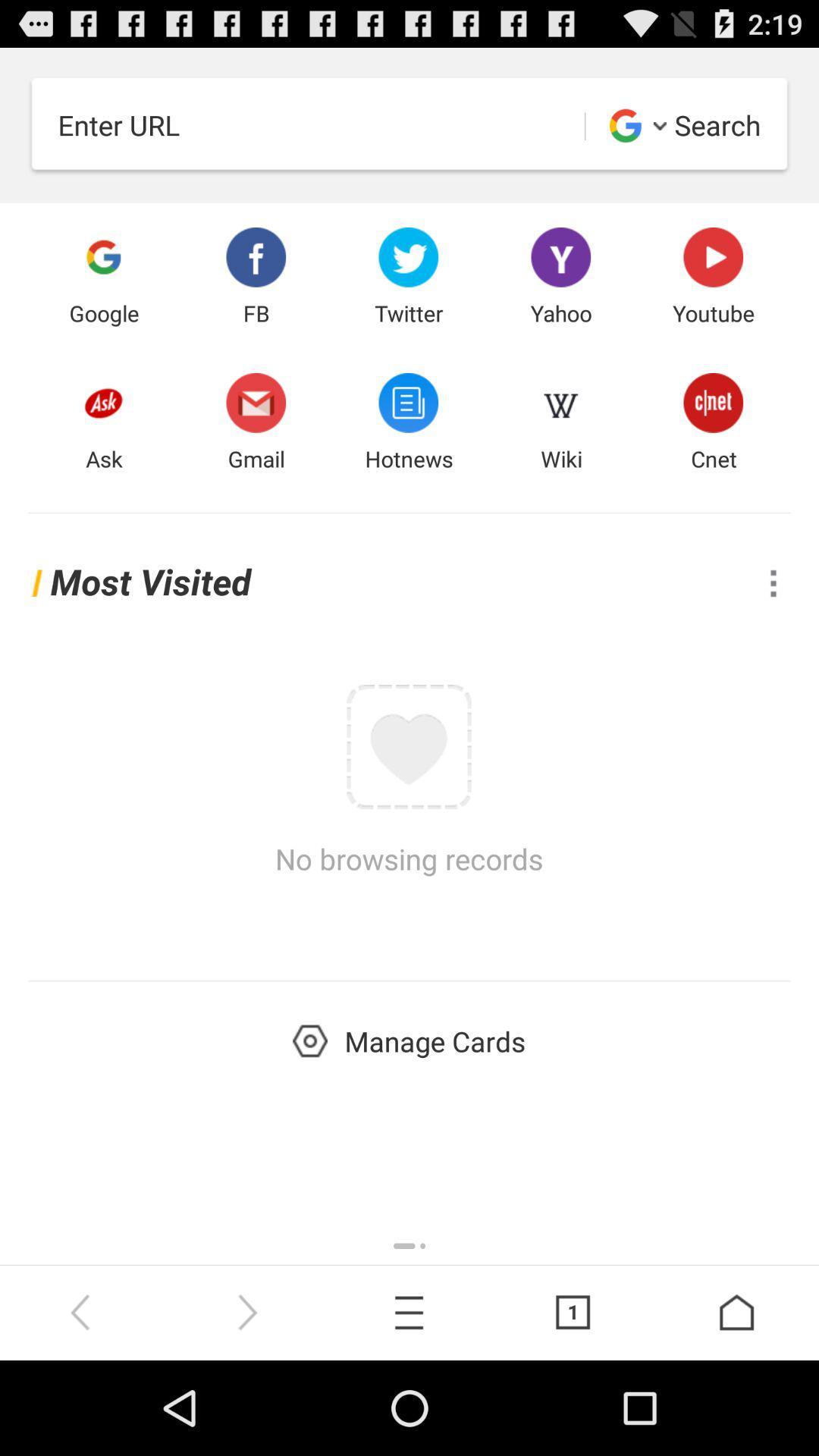  I want to click on the arrow_forward icon, so click(245, 1404).